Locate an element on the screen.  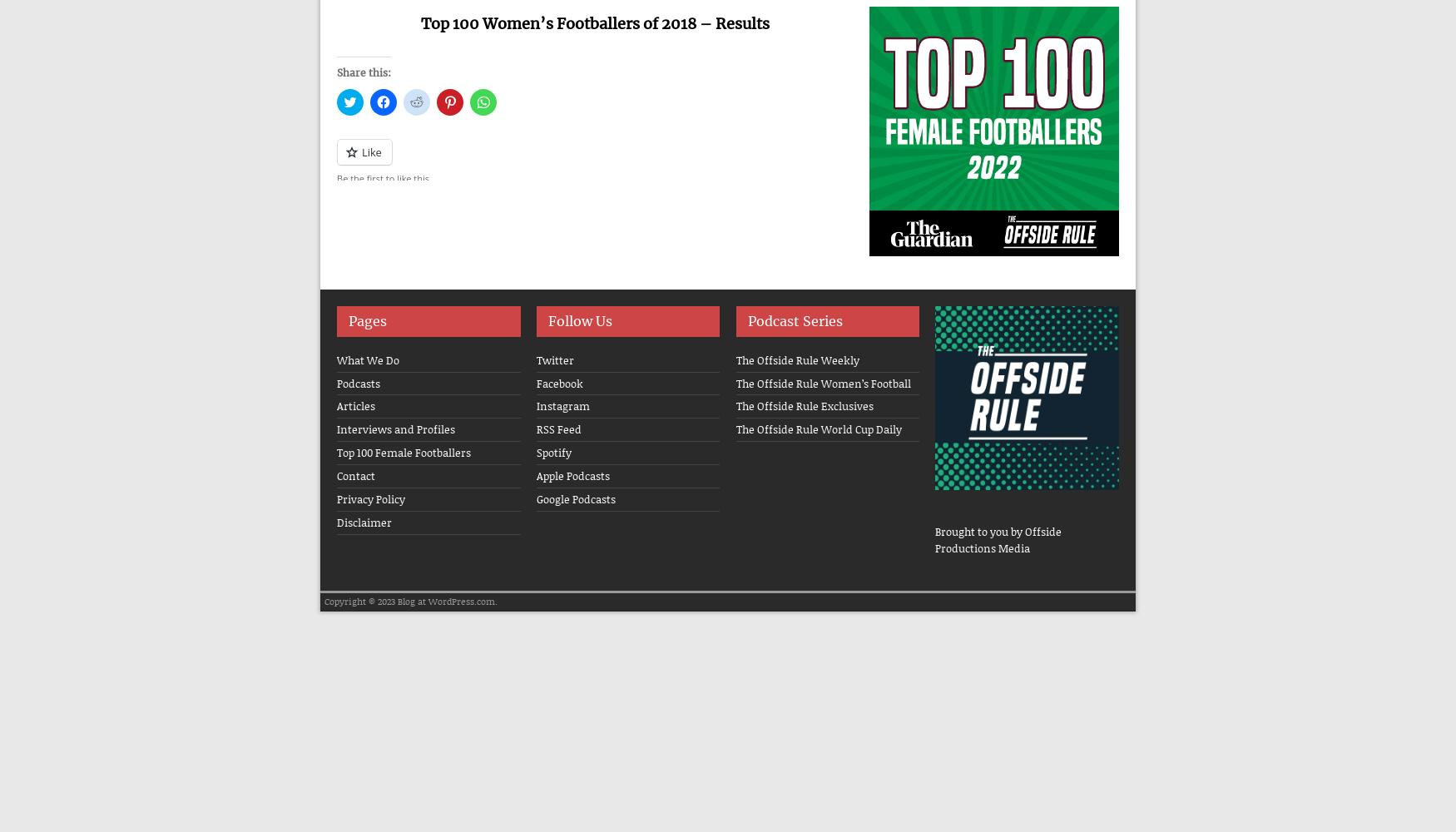
'Brought to you by' is located at coordinates (978, 531).